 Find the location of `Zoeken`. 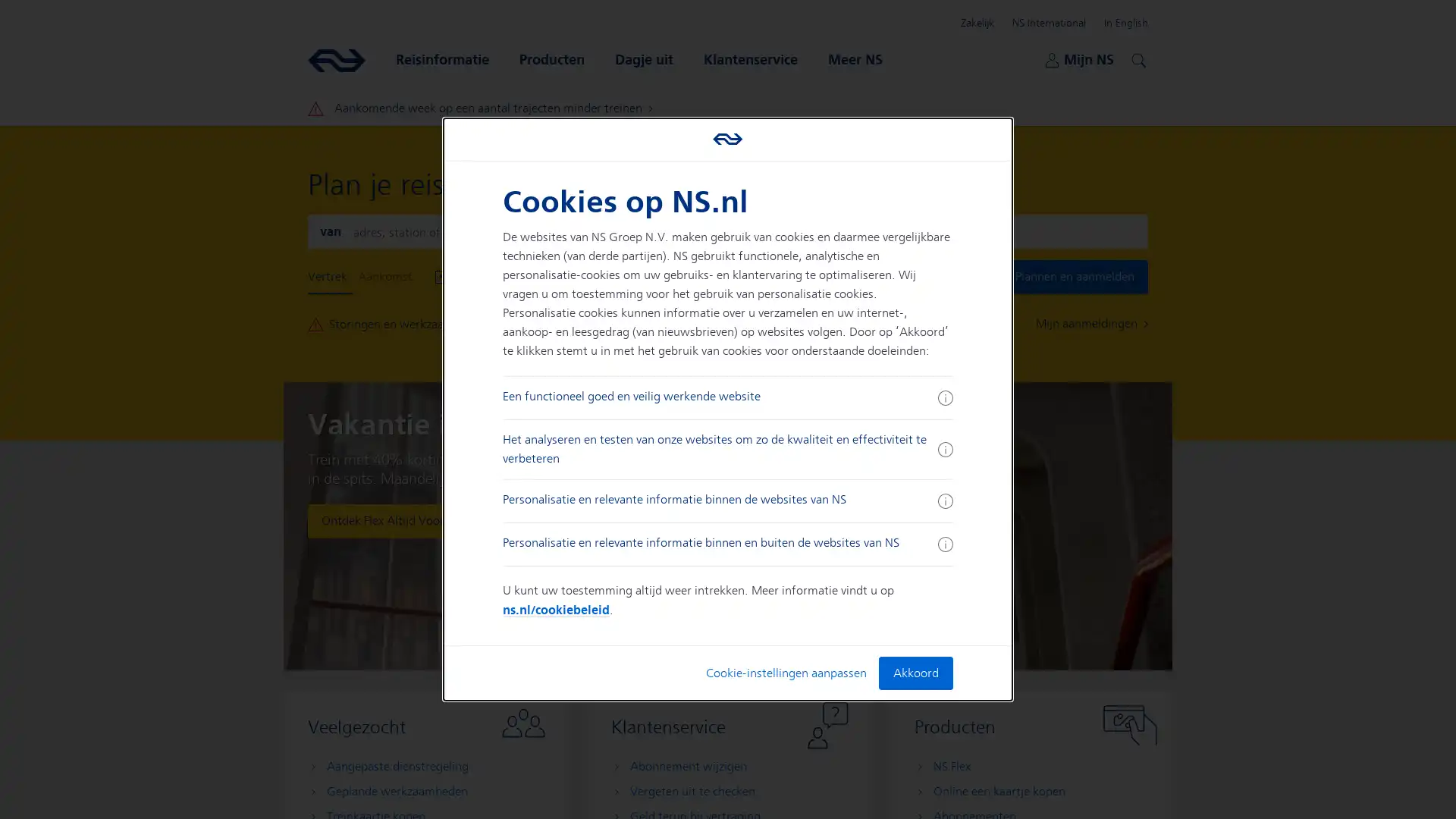

Zoeken is located at coordinates (1136, 58).